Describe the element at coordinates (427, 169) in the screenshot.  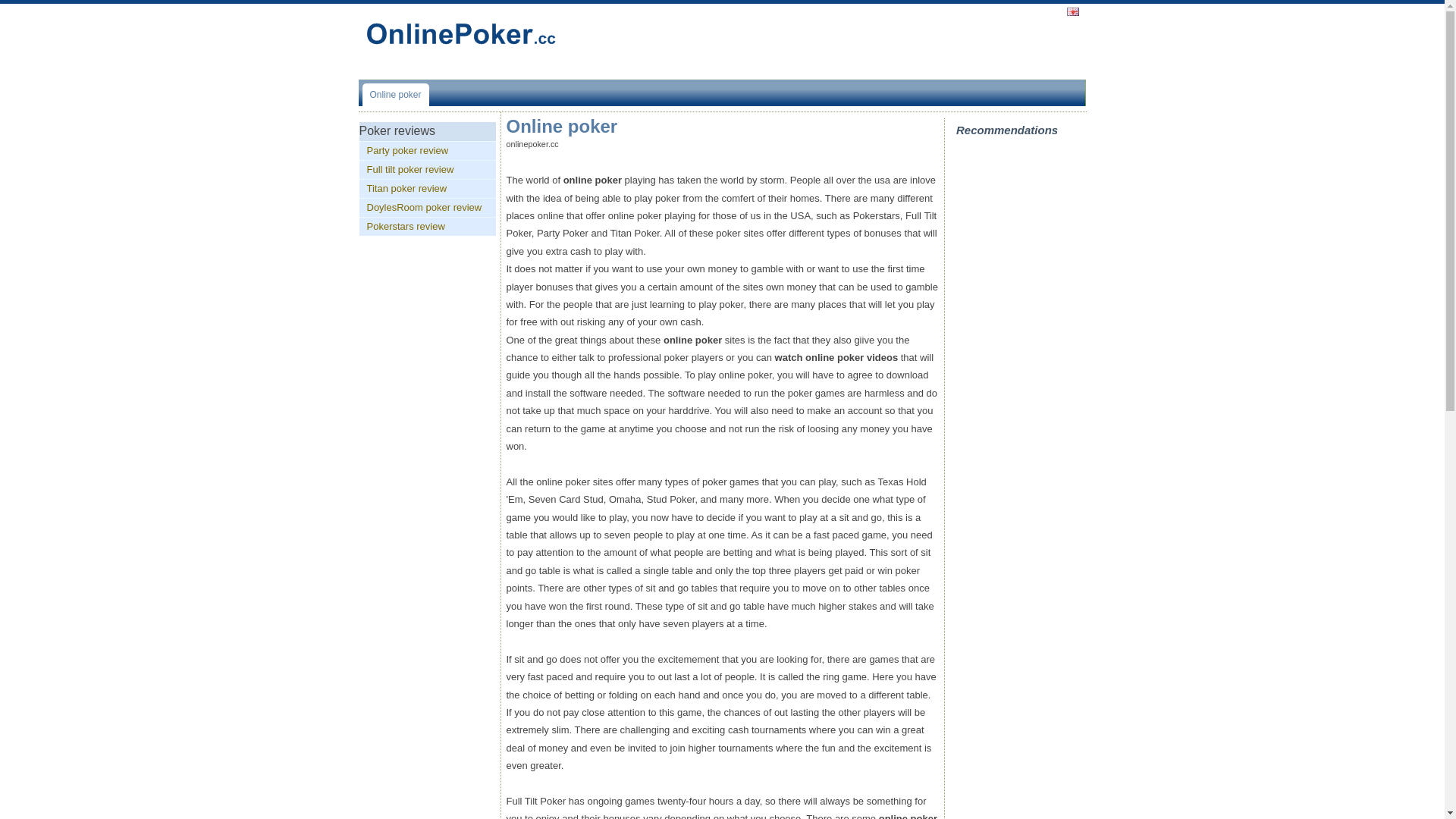
I see `'Full tilt poker review'` at that location.